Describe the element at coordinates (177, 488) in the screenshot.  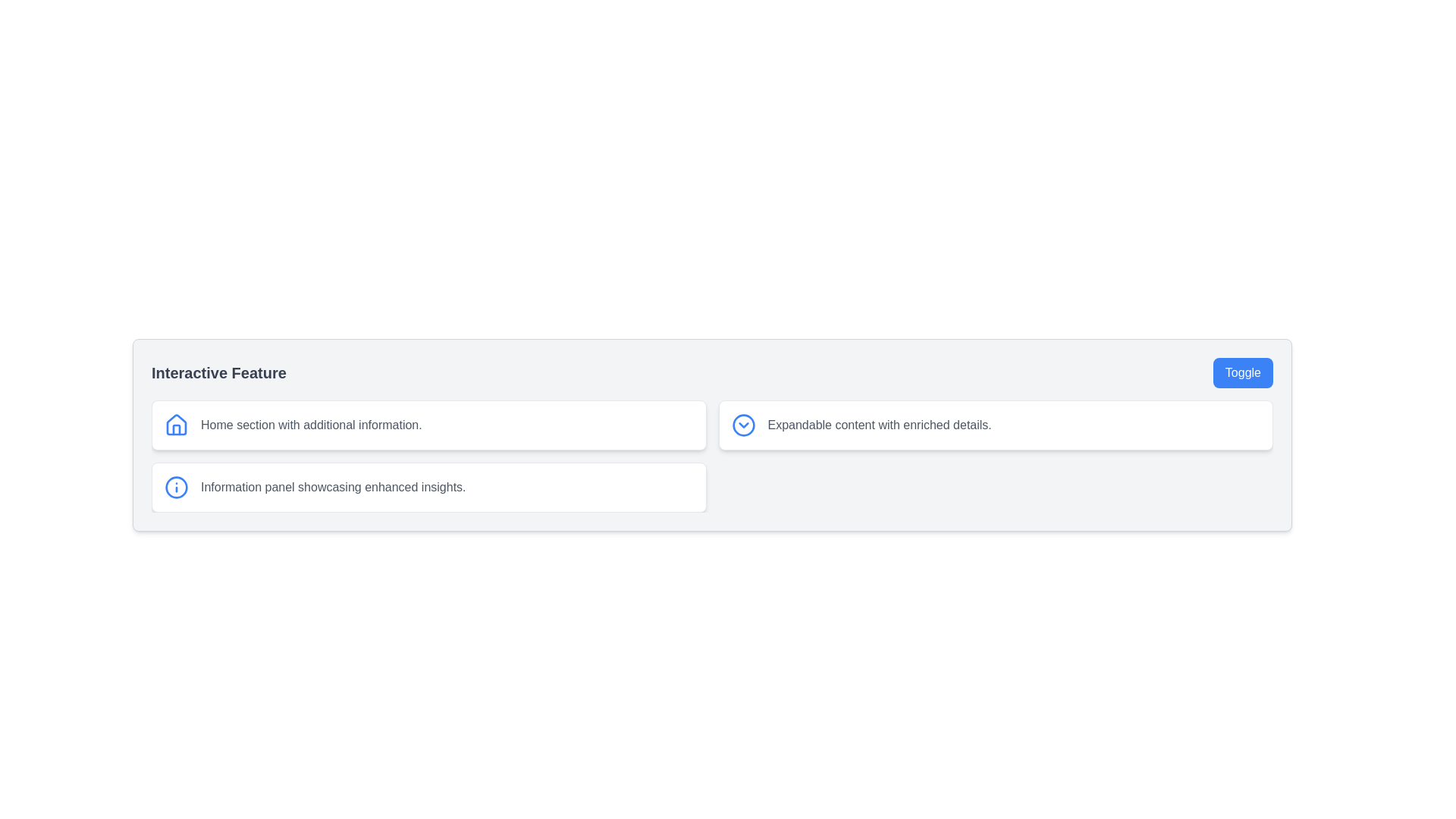
I see `the circular graphic element within the information icon located at the center of the icon in the lower left interactive panel labeled 'Information panel showcasing enhanced insights.'` at that location.